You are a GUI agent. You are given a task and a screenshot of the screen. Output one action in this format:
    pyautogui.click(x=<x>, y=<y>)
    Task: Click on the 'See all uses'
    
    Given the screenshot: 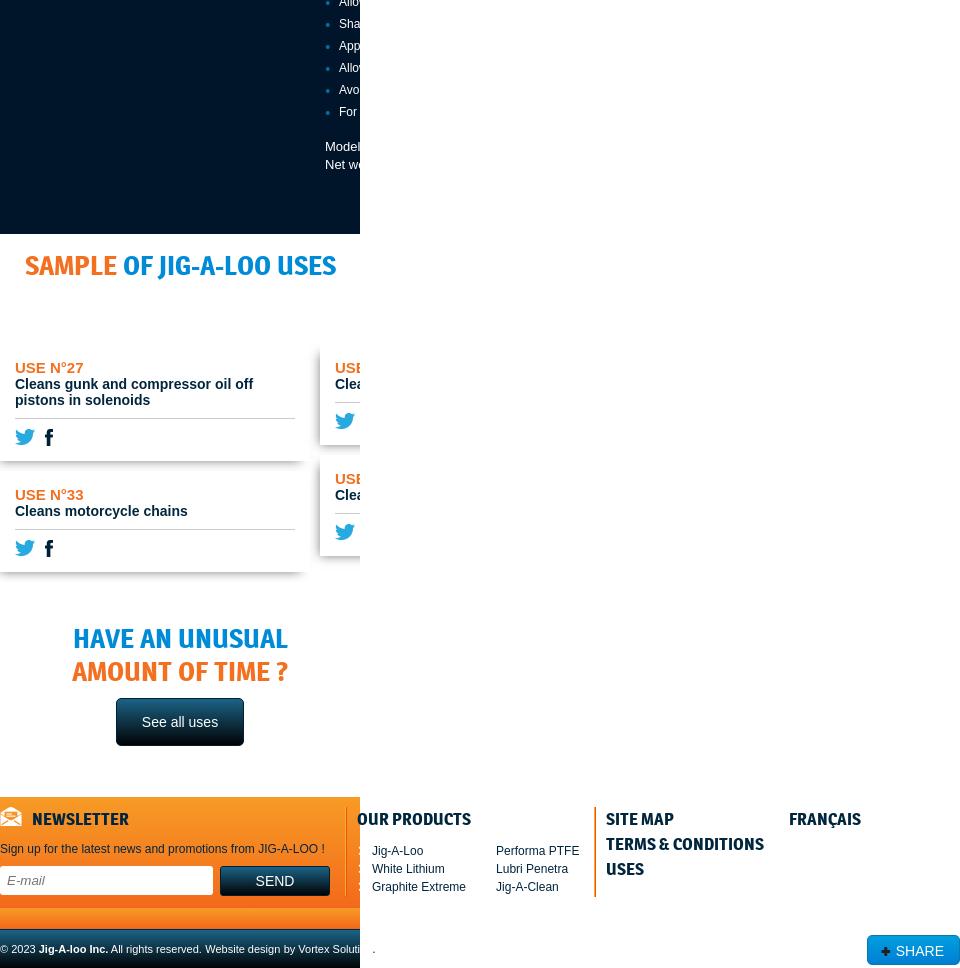 What is the action you would take?
    pyautogui.click(x=178, y=721)
    